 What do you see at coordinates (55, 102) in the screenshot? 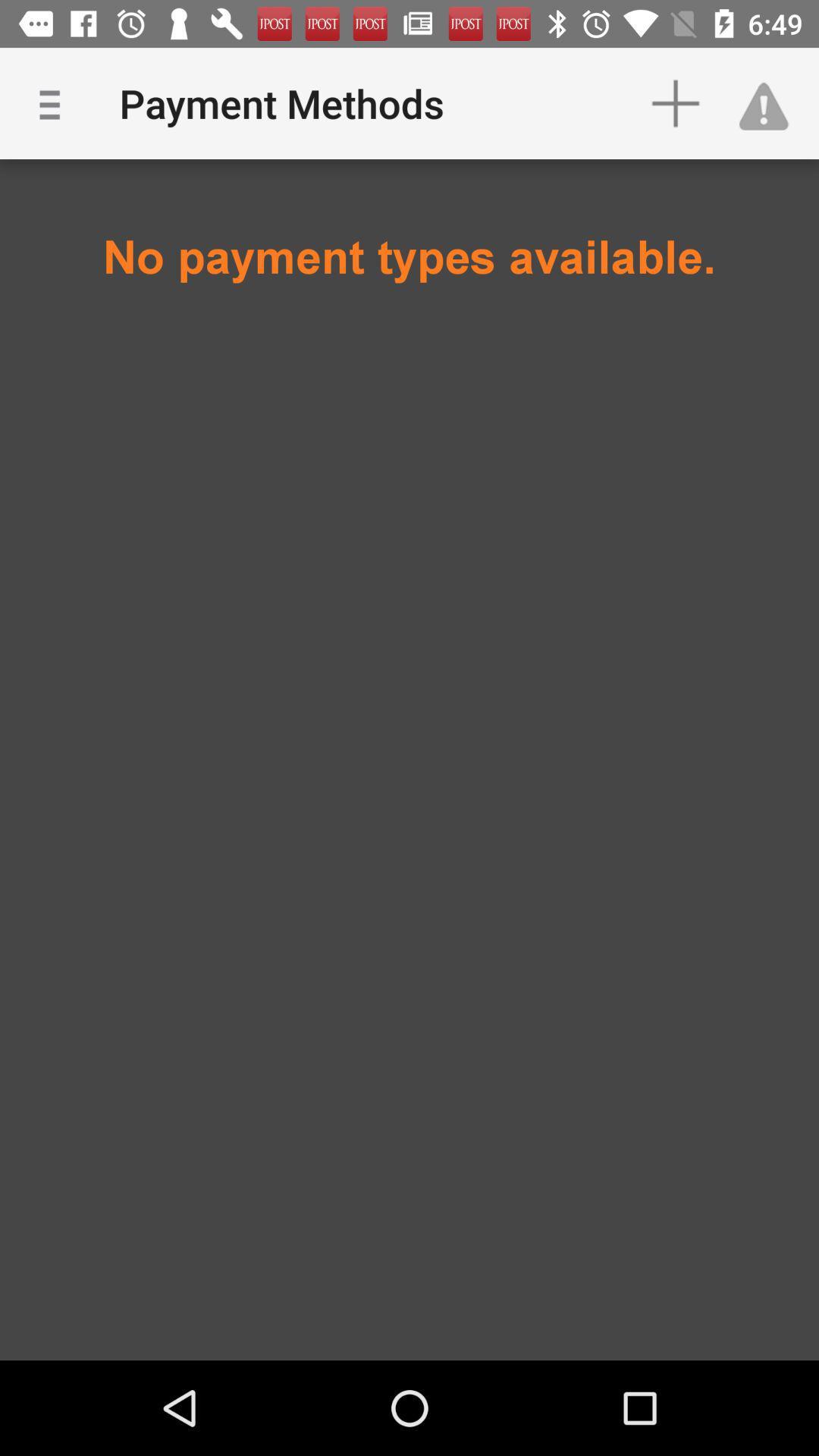
I see `the item to the left of the payment methods icon` at bounding box center [55, 102].